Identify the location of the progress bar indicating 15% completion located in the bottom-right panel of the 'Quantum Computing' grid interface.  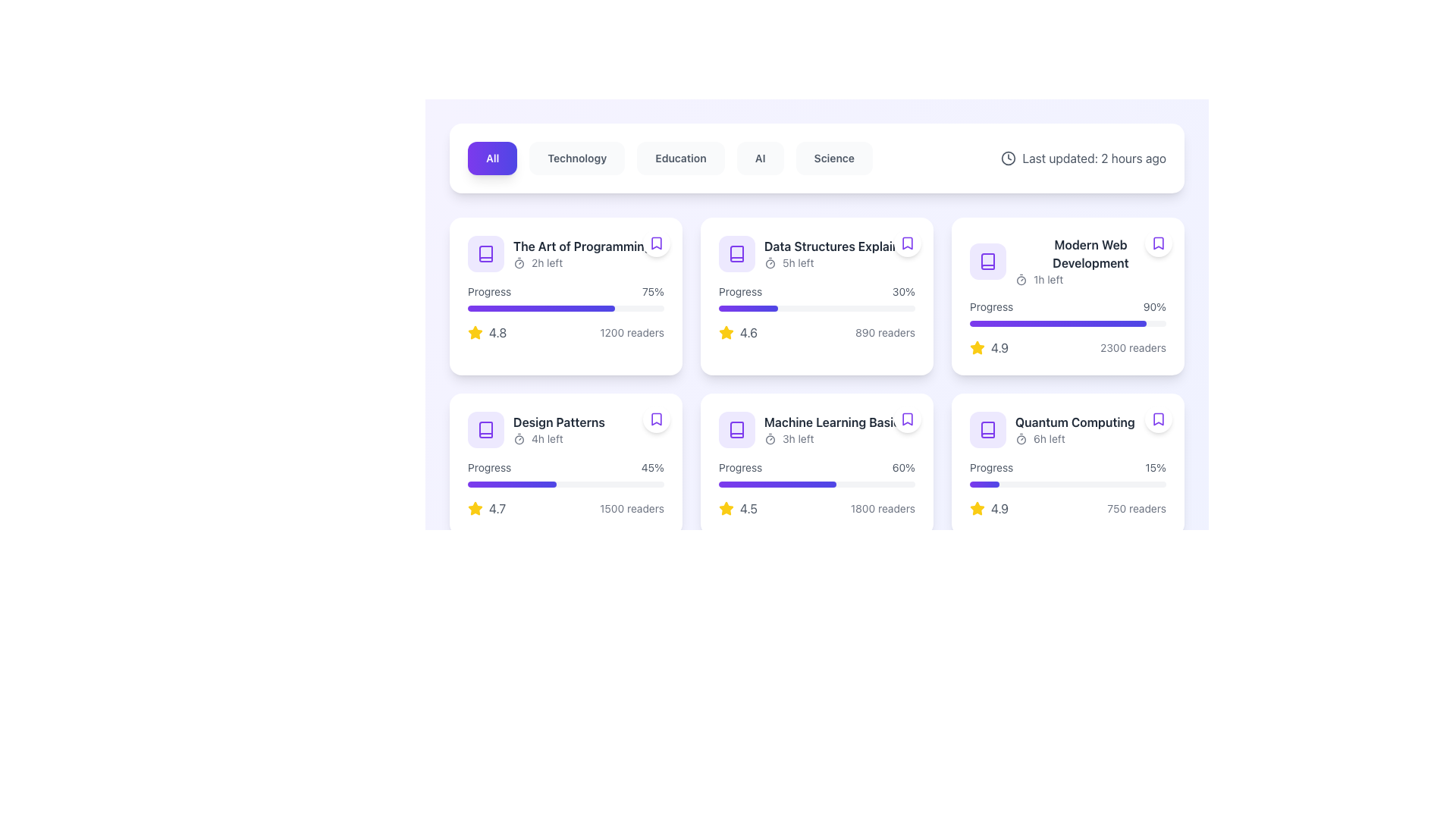
(1067, 472).